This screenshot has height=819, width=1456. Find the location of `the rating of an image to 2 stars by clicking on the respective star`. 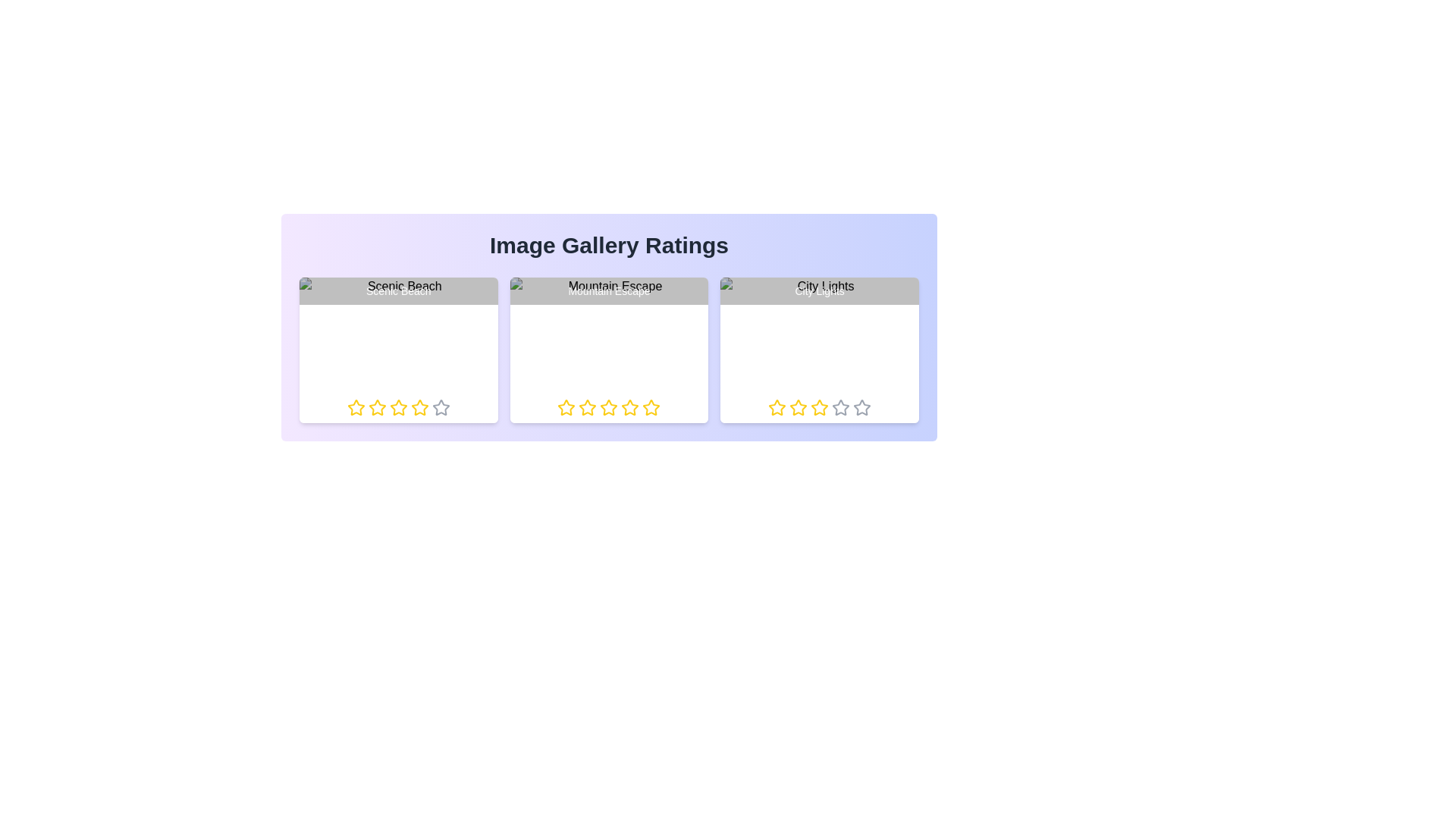

the rating of an image to 2 stars by clicking on the respective star is located at coordinates (377, 406).